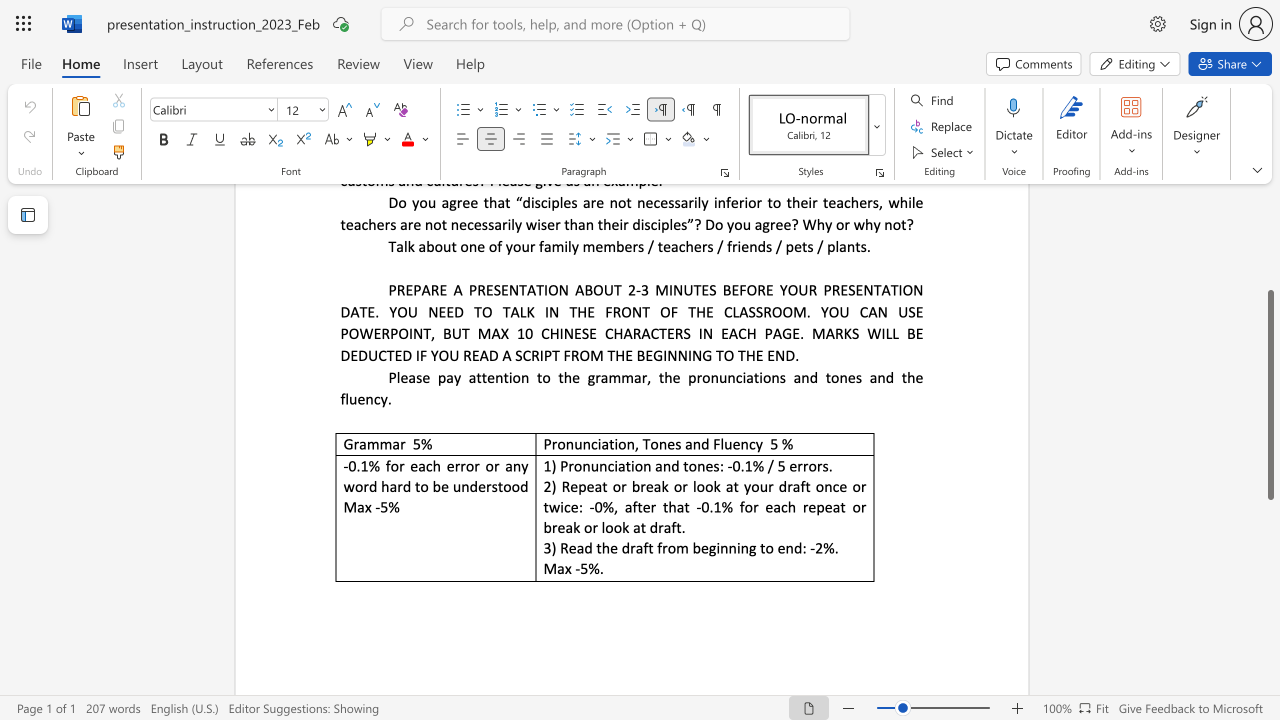 The image size is (1280, 720). I want to click on the scrollbar and move down 20 pixels, so click(1269, 395).